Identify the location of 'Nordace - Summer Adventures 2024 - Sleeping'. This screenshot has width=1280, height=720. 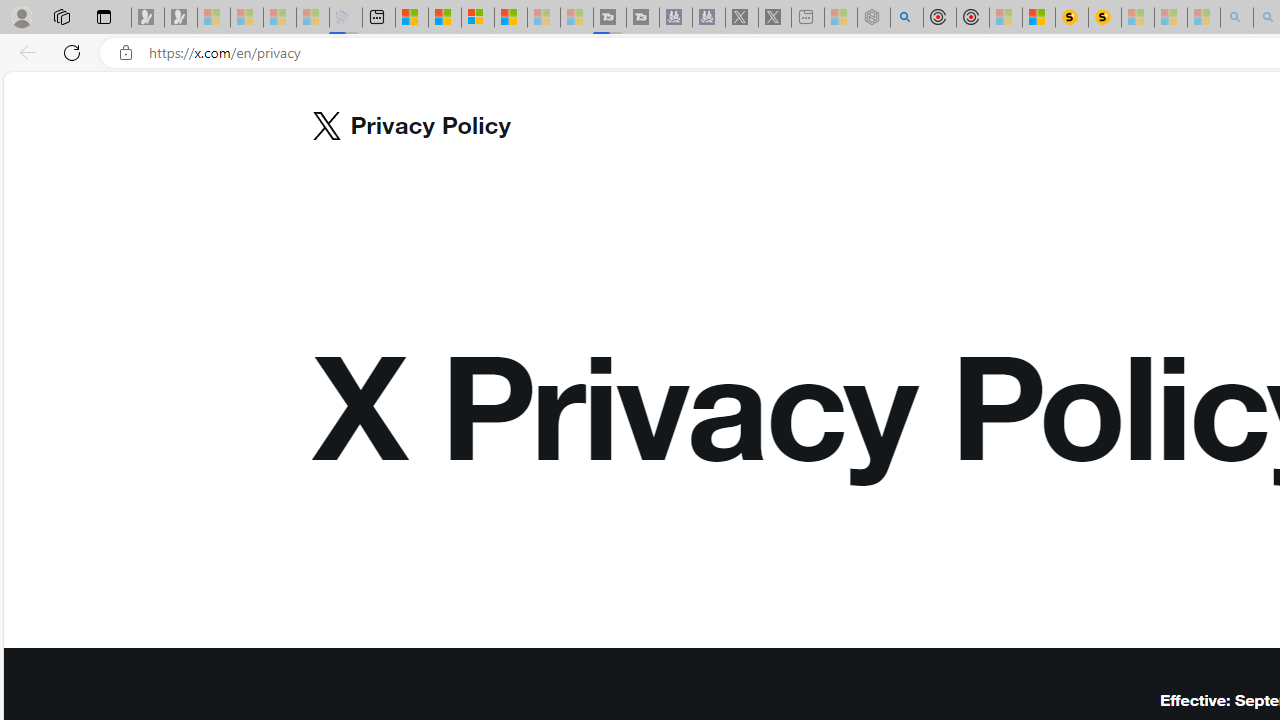
(873, 17).